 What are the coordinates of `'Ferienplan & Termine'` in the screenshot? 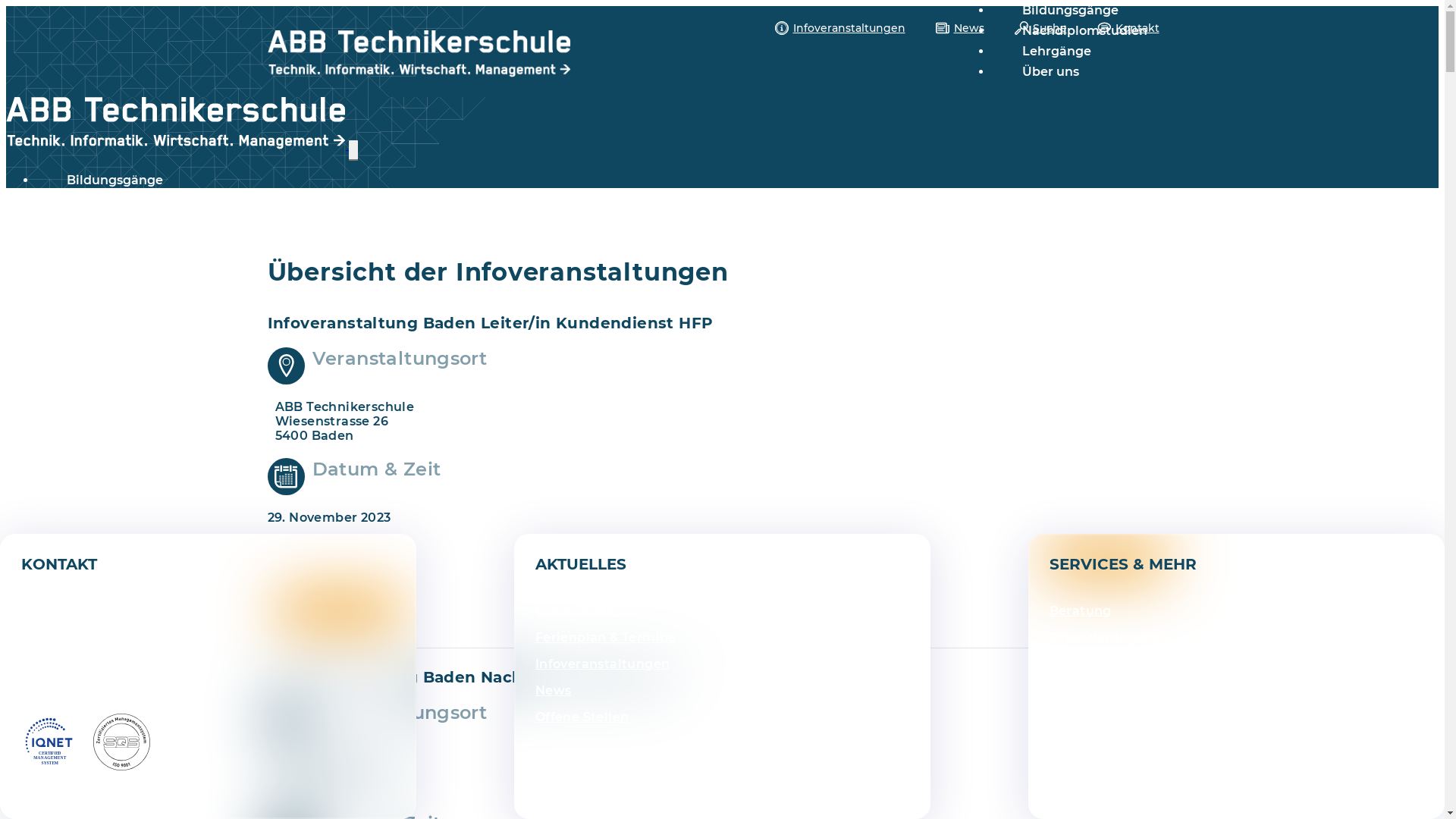 It's located at (604, 637).